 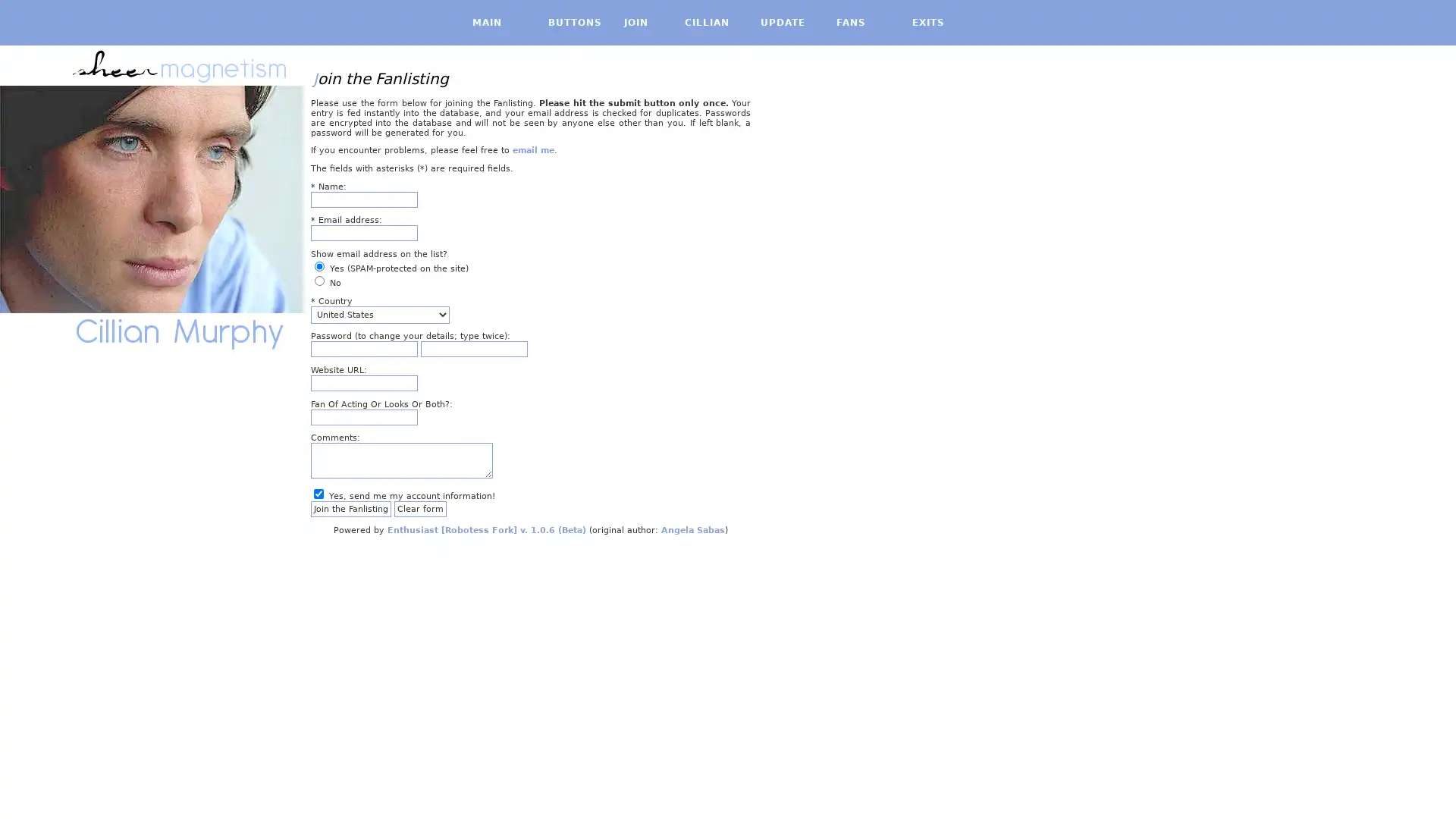 What do you see at coordinates (420, 508) in the screenshot?
I see `Clear form` at bounding box center [420, 508].